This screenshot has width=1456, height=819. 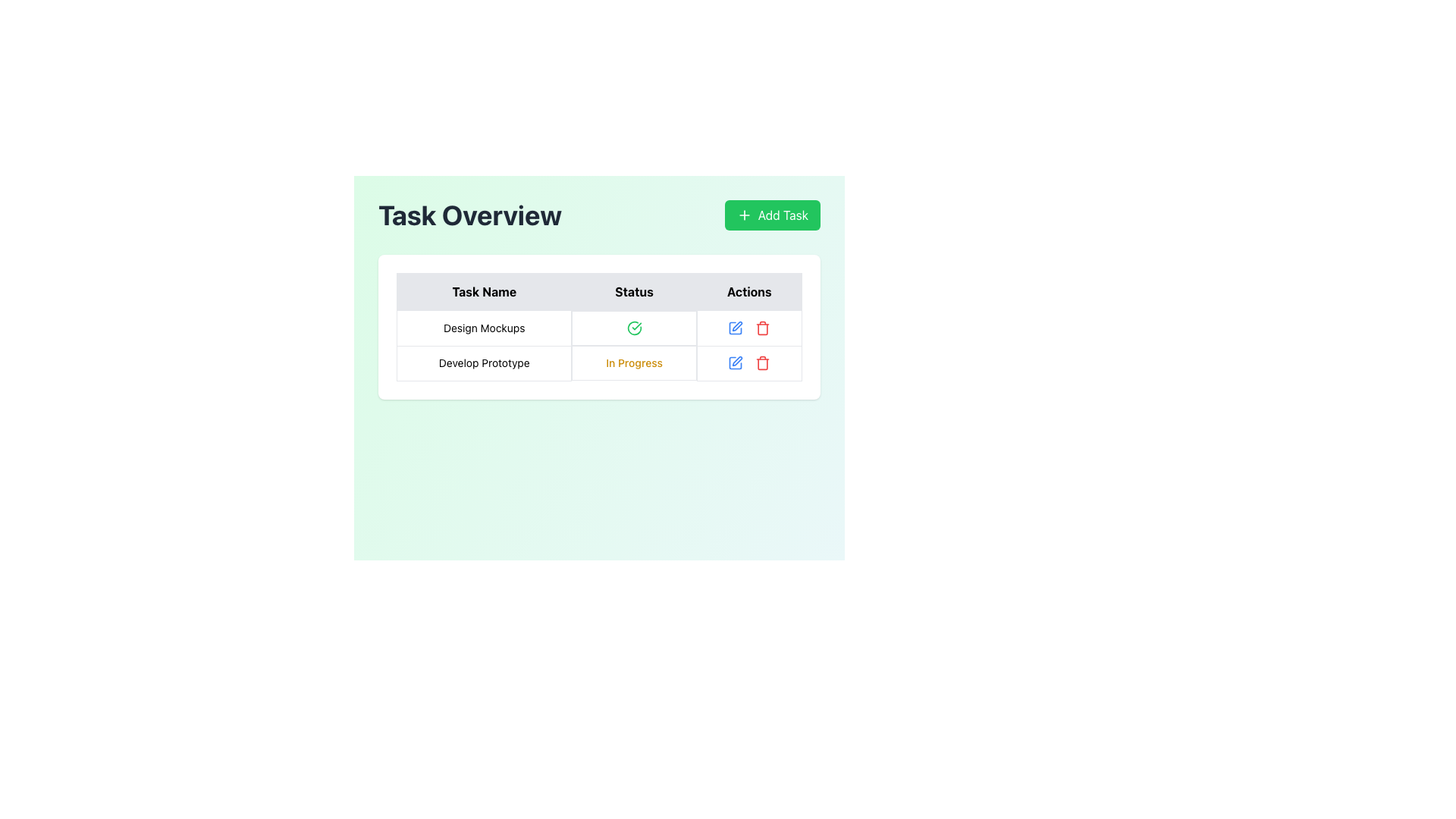 I want to click on the 'Develop Prototype' task name label located in the second row of the table under the 'Task Name' column, so click(x=483, y=362).